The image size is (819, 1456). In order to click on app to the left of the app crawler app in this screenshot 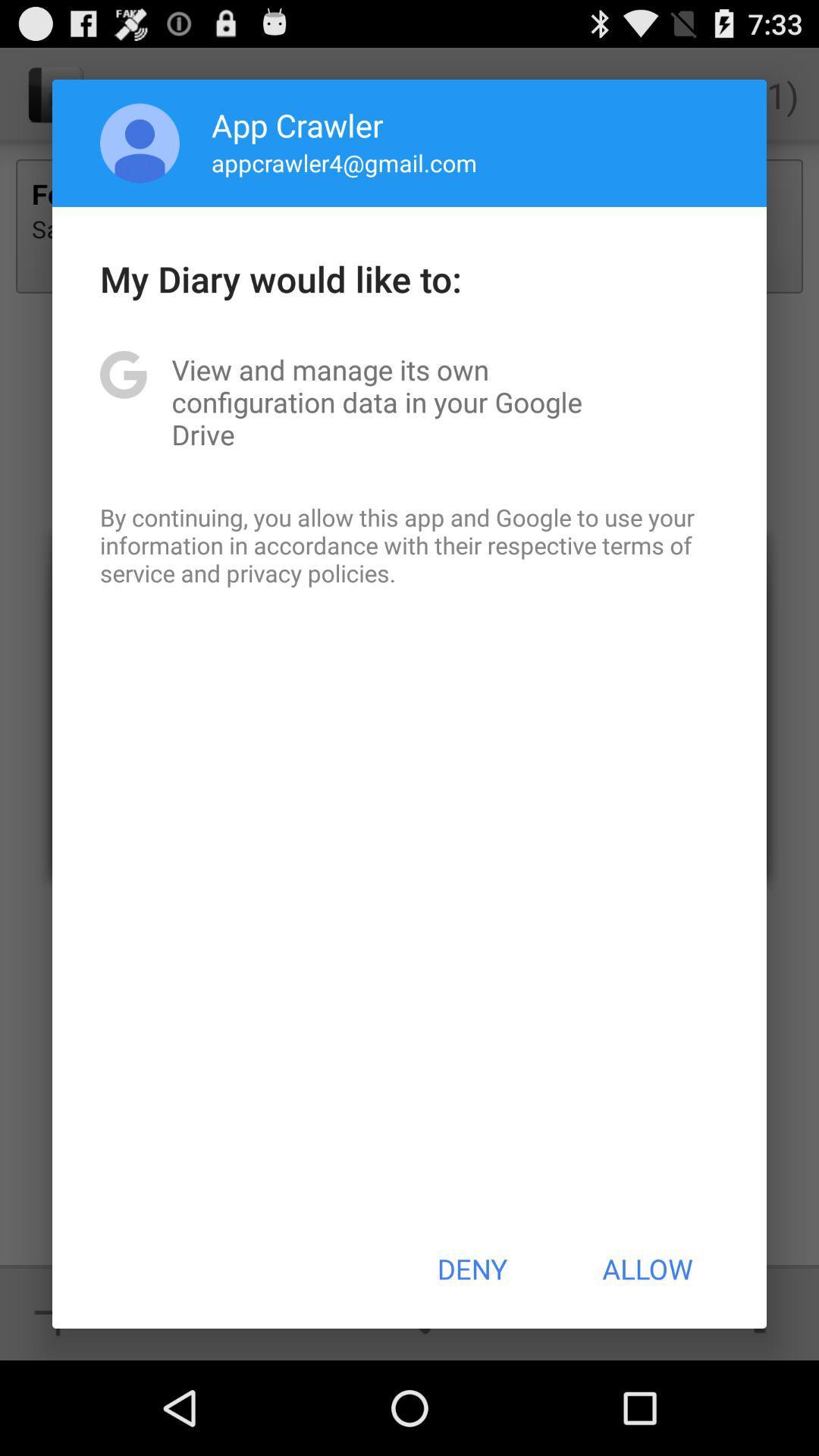, I will do `click(140, 143)`.